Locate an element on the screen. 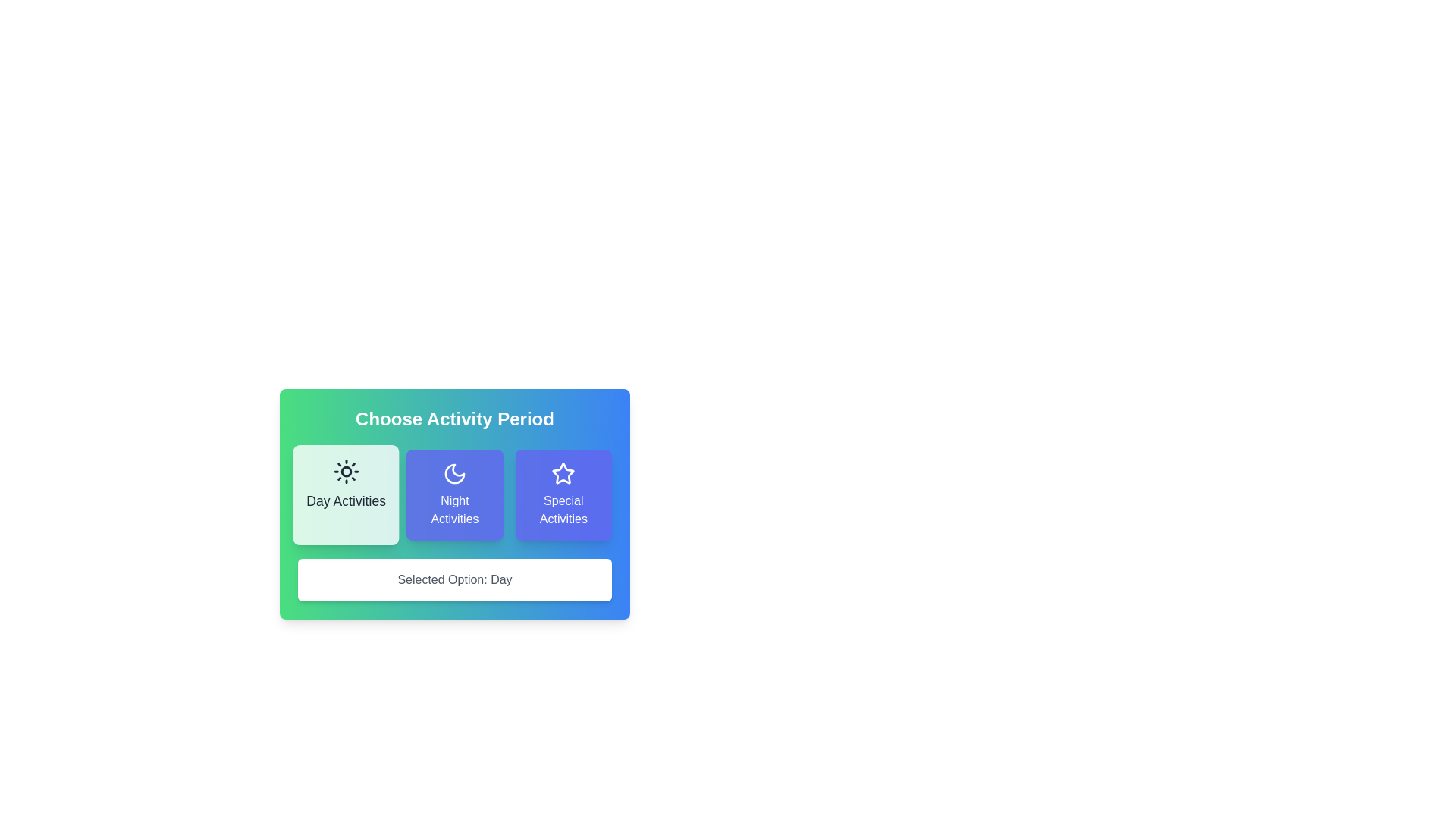  the button labeled 'Night Activities' located in the middle column of a three-column grid within a gradient green-to-blue background card is located at coordinates (454, 494).